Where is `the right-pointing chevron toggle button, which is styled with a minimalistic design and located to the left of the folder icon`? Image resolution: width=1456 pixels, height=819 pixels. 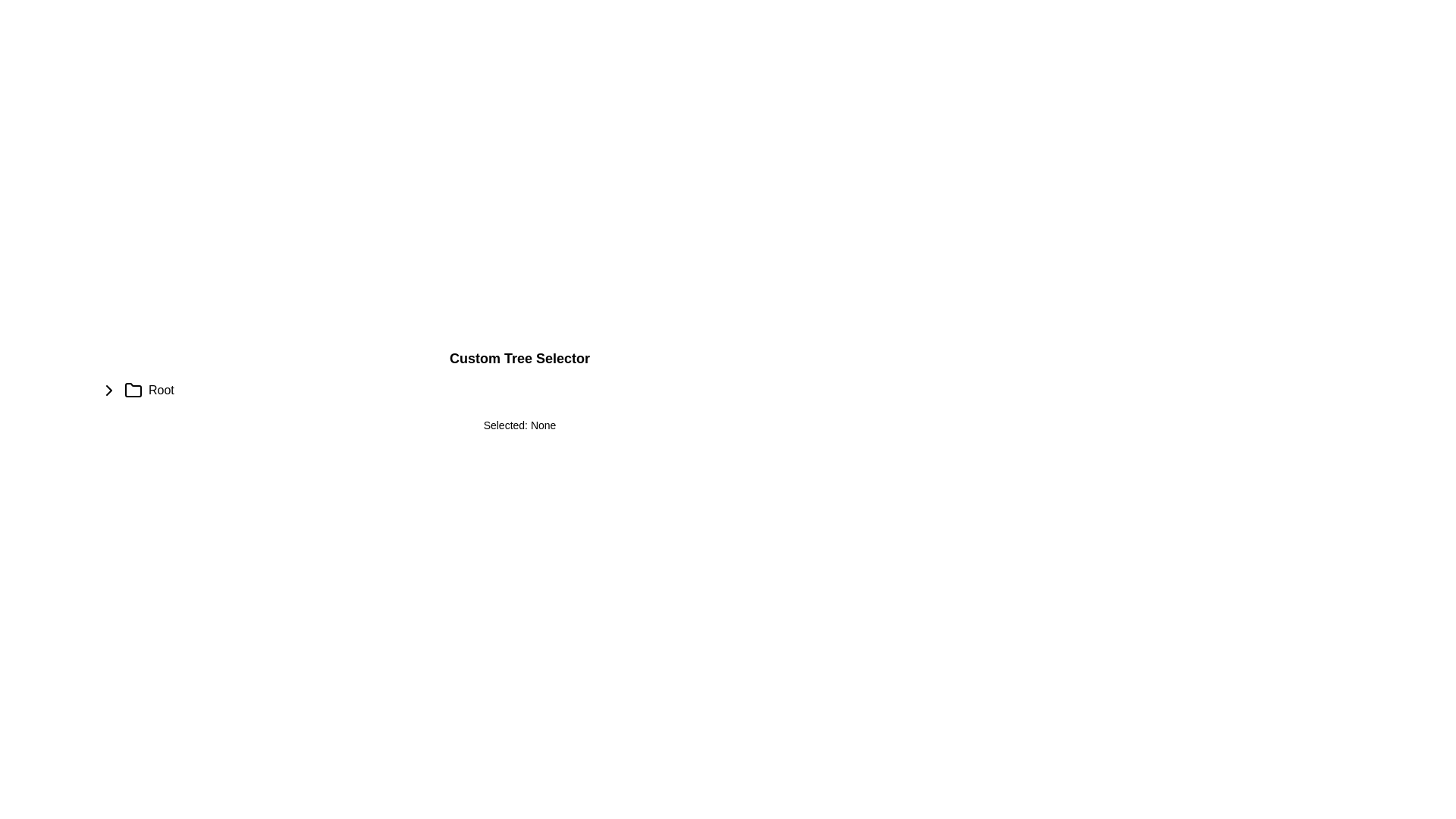 the right-pointing chevron toggle button, which is styled with a minimalistic design and located to the left of the folder icon is located at coordinates (108, 390).